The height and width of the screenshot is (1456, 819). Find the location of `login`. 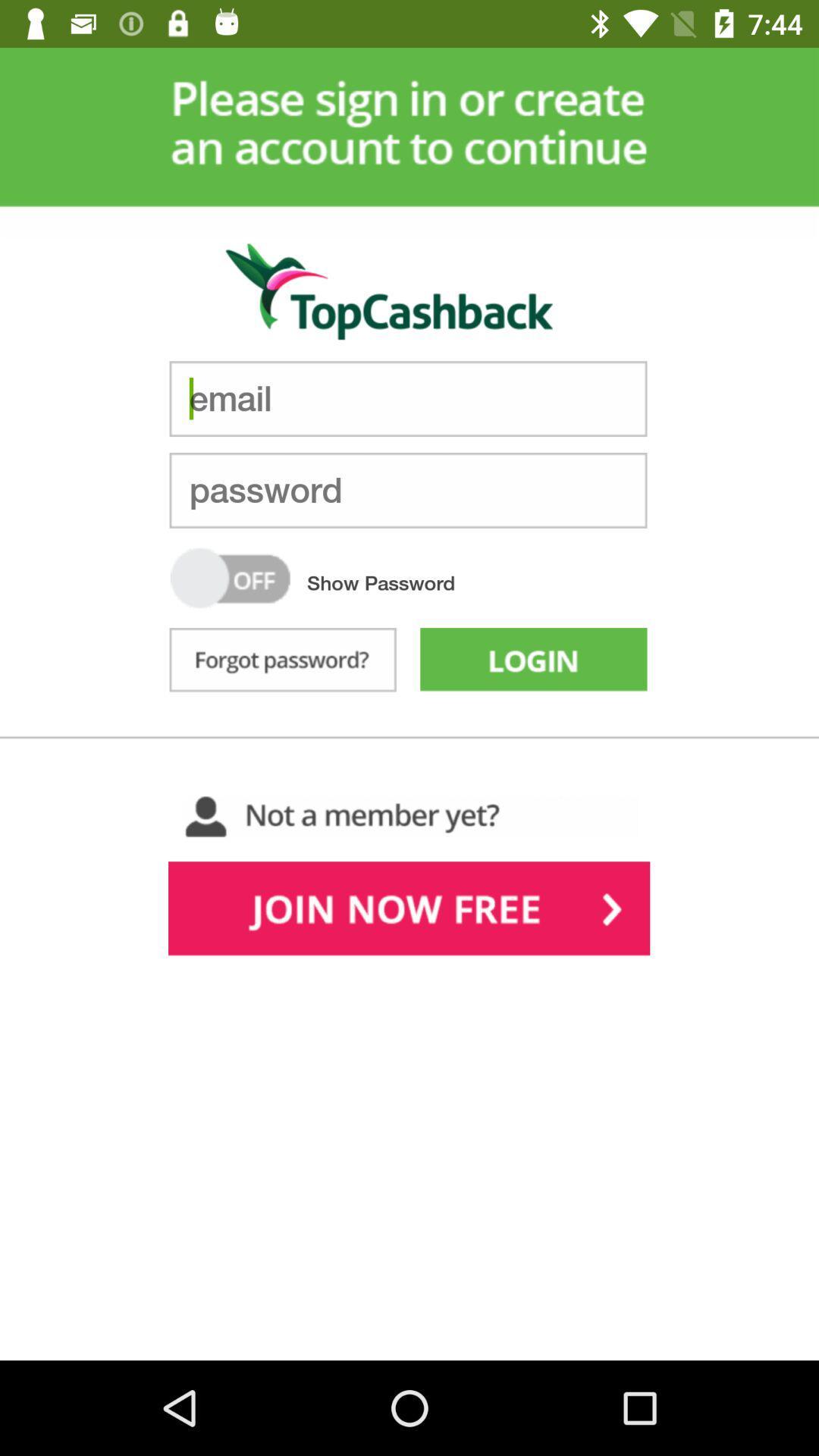

login is located at coordinates (532, 663).